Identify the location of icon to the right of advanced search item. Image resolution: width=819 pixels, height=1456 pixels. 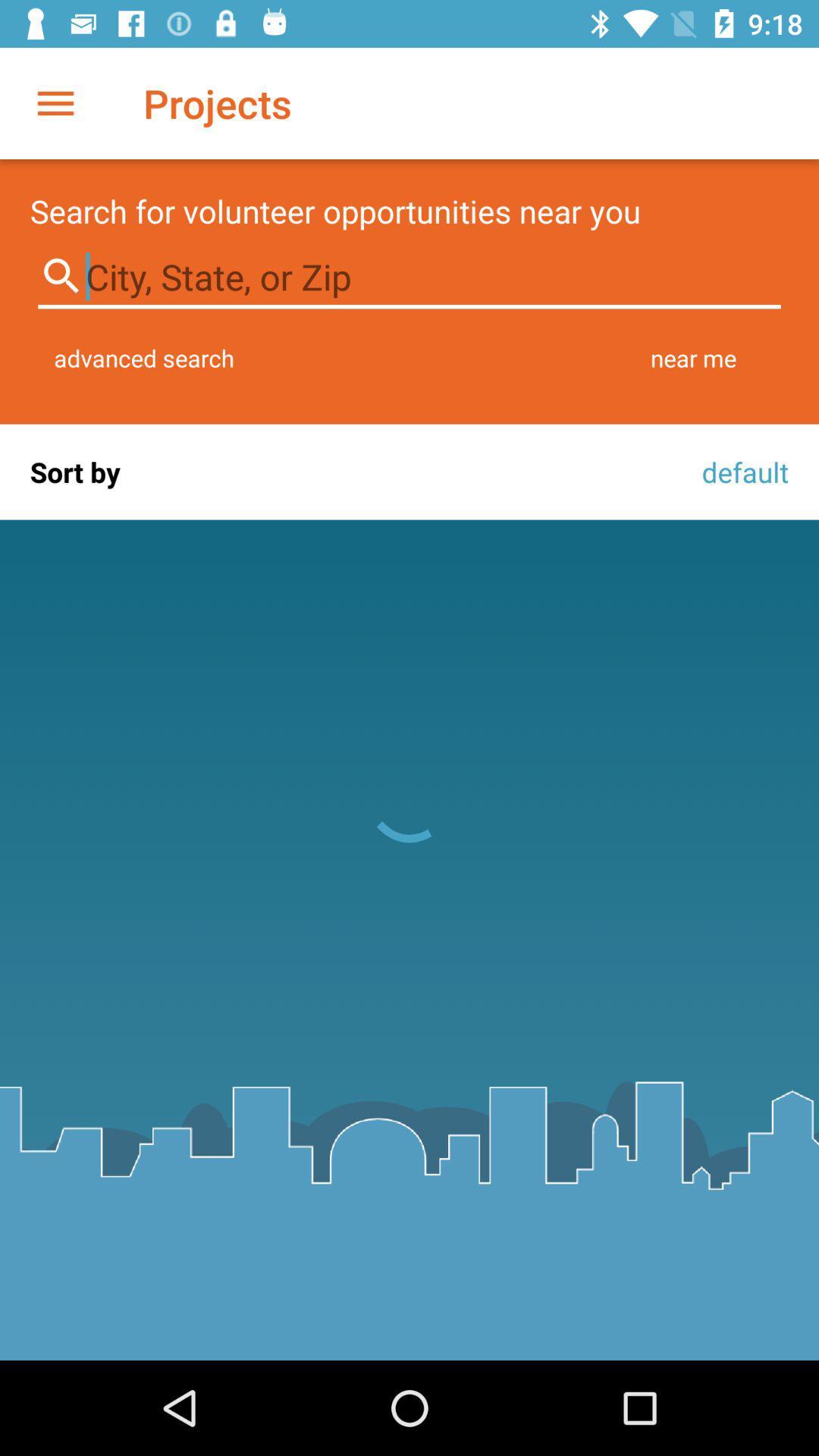
(693, 357).